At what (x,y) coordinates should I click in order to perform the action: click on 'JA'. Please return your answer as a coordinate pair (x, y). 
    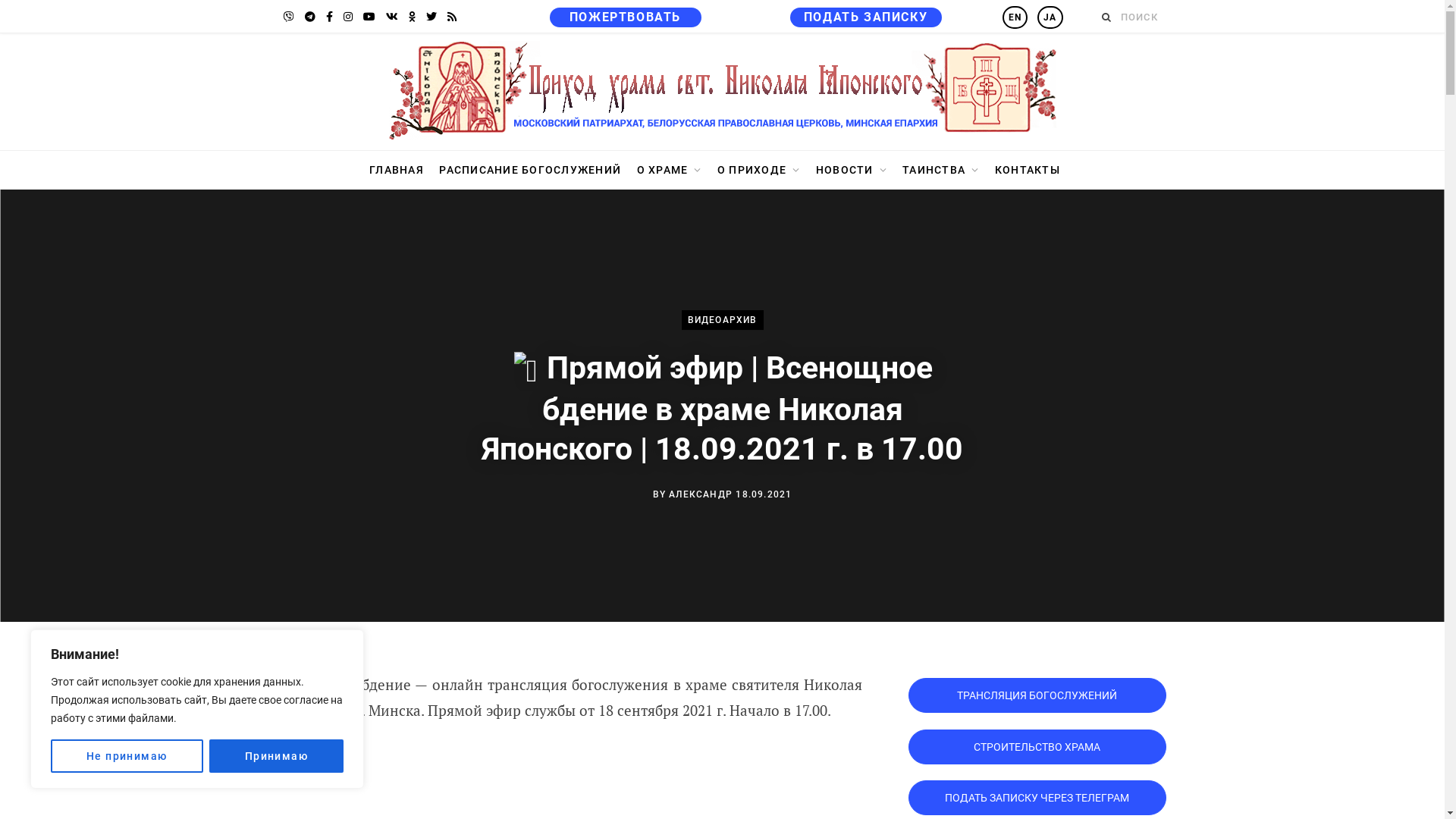
    Looking at the image, I should click on (1049, 17).